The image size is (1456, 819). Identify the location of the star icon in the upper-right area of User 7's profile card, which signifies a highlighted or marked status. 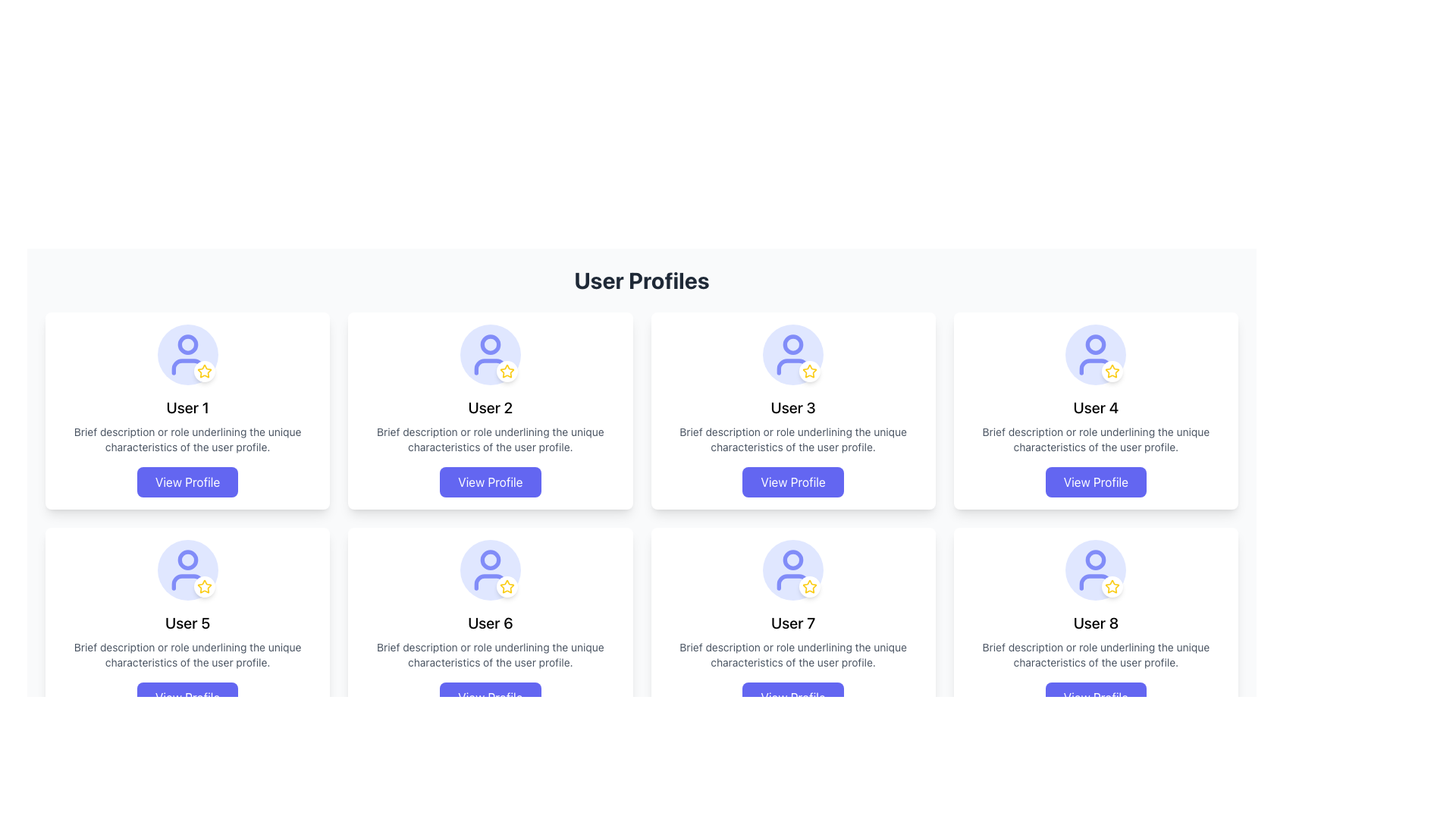
(809, 585).